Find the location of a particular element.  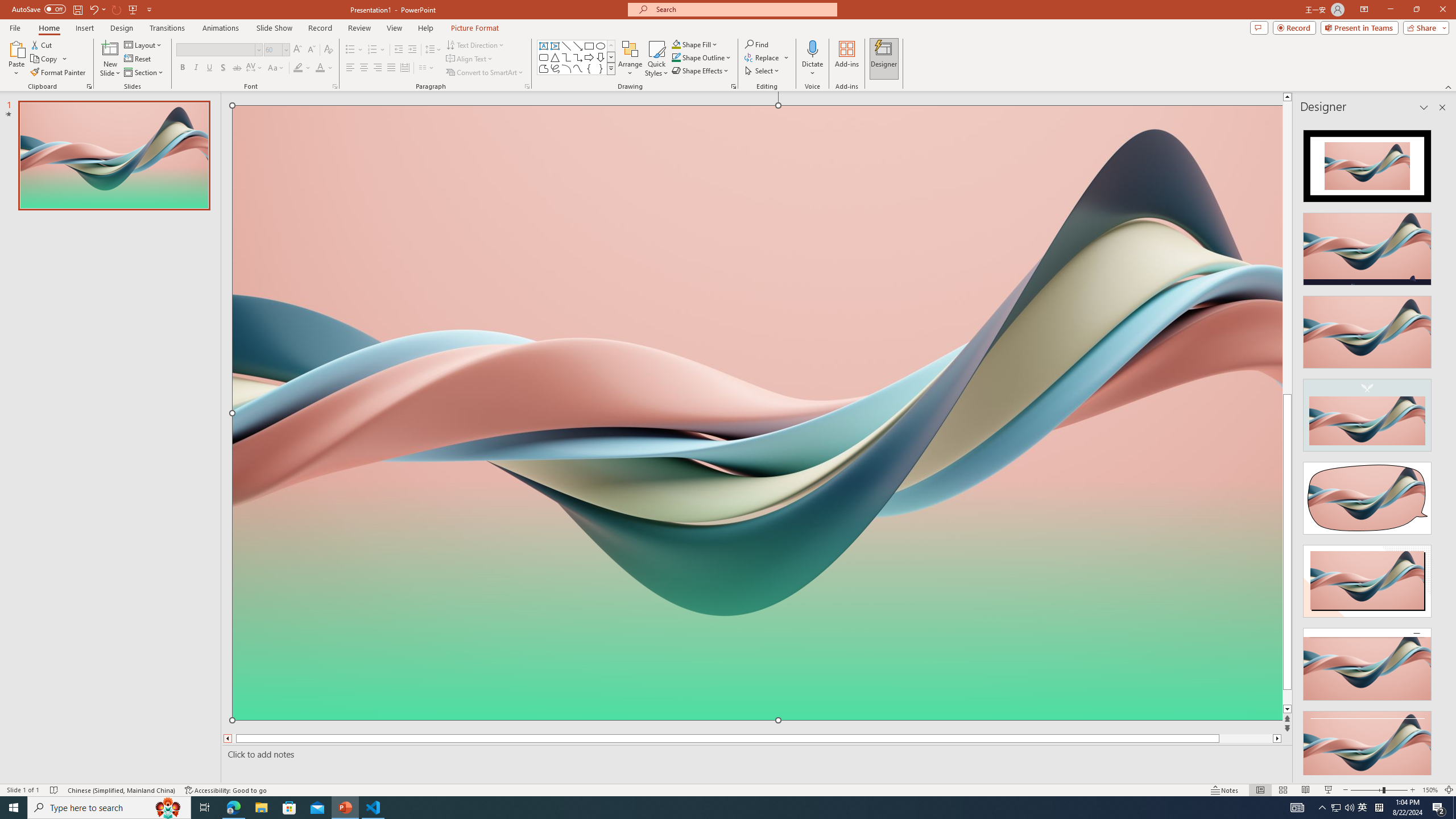

'Recommended Design: Design Idea' is located at coordinates (1366, 162).